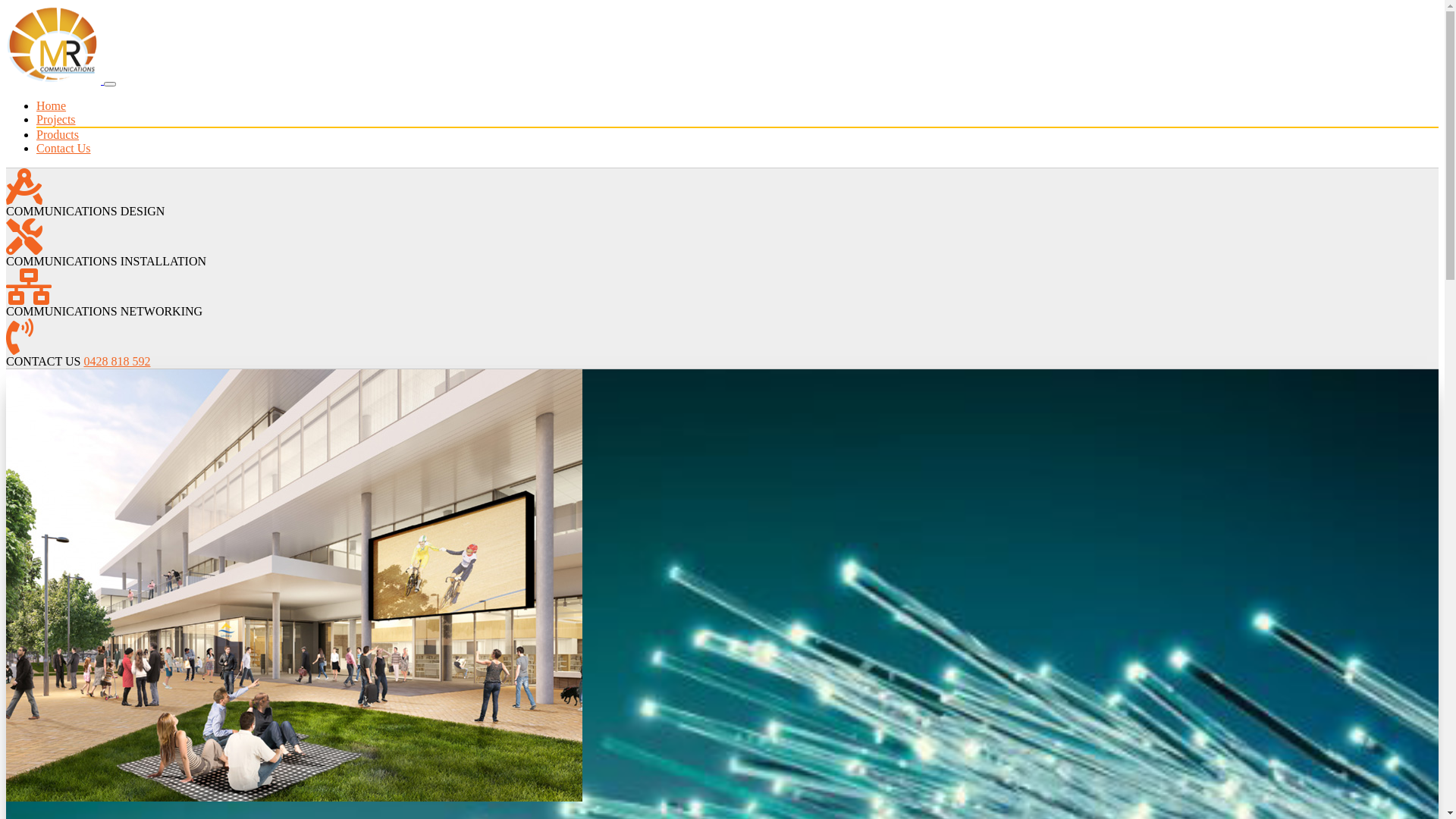  Describe the element at coordinates (115, 361) in the screenshot. I see `'0428 818 592'` at that location.